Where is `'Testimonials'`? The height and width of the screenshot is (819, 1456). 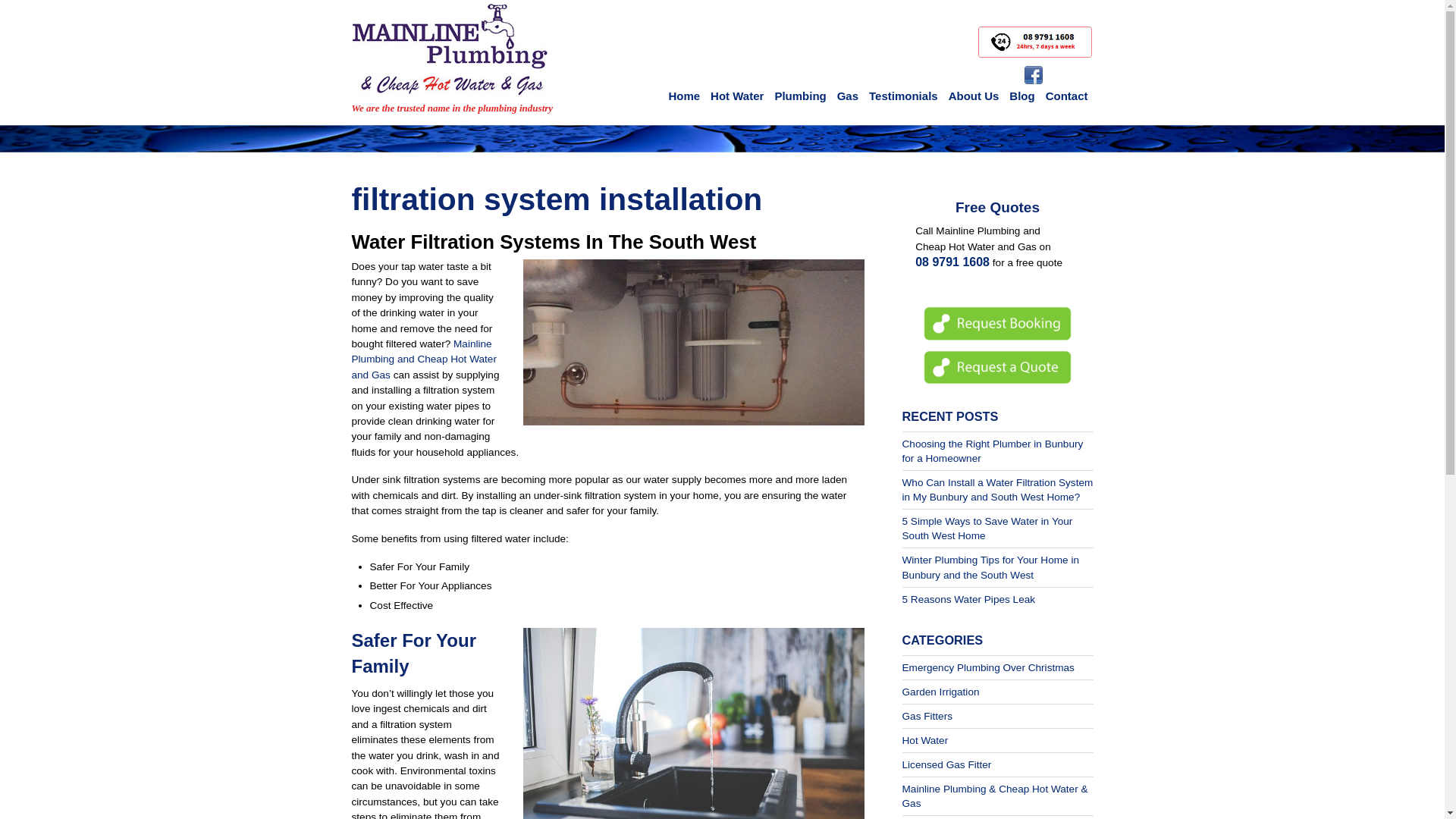
'Testimonials' is located at coordinates (903, 96).